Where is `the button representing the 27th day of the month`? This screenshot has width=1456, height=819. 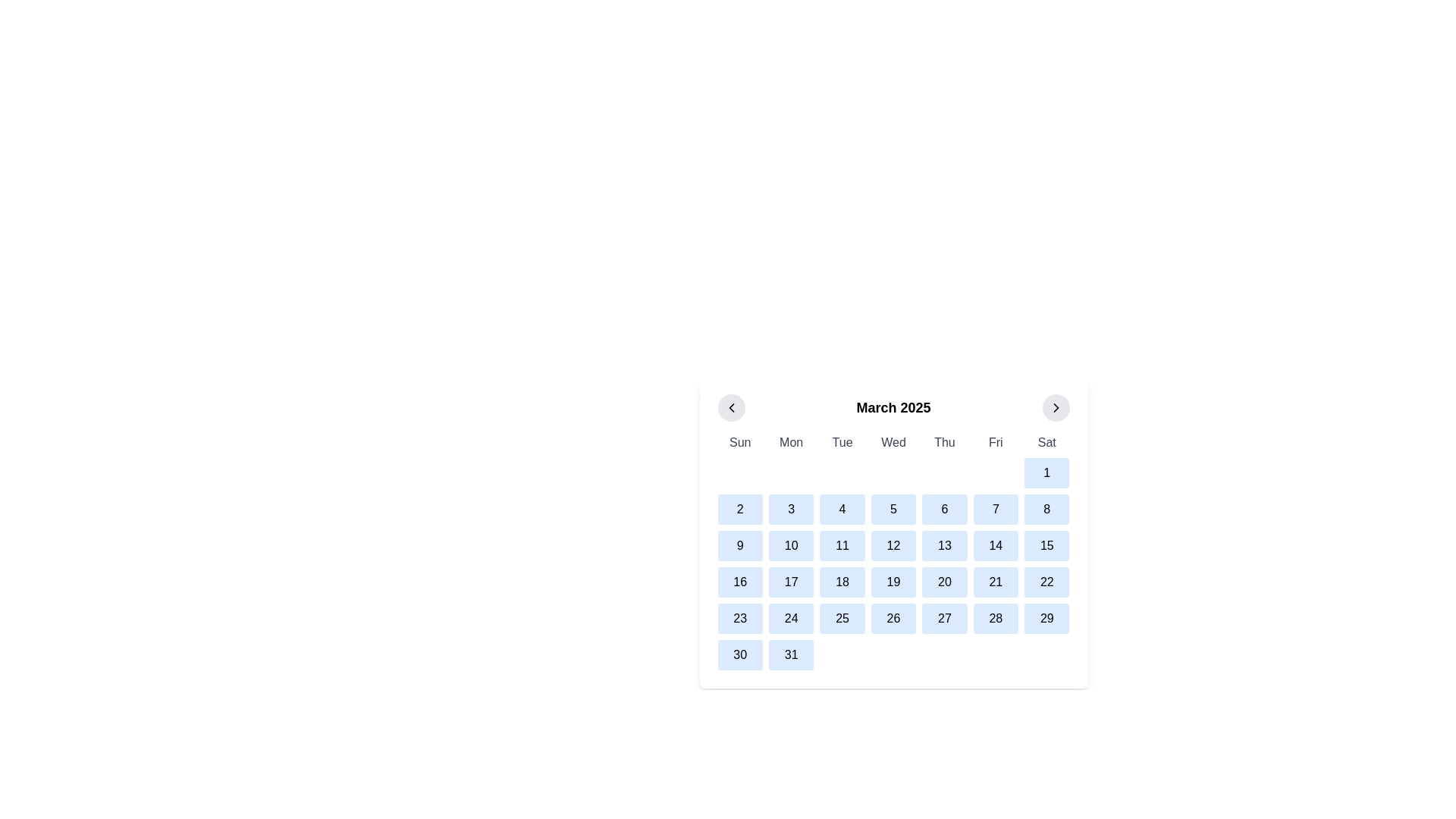 the button representing the 27th day of the month is located at coordinates (943, 619).